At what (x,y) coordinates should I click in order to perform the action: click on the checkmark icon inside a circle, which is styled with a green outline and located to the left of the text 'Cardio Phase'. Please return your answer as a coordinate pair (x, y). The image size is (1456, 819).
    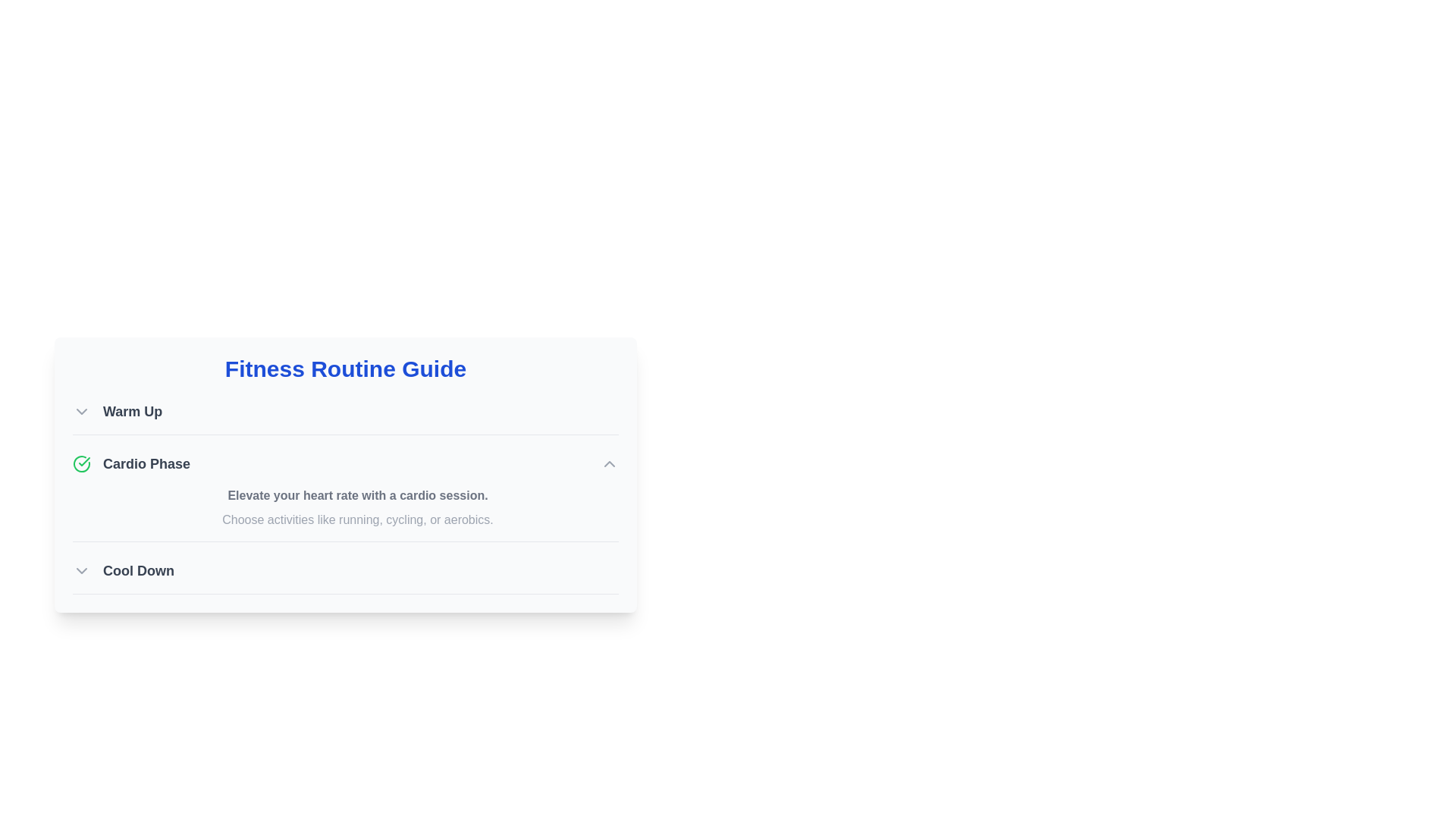
    Looking at the image, I should click on (81, 463).